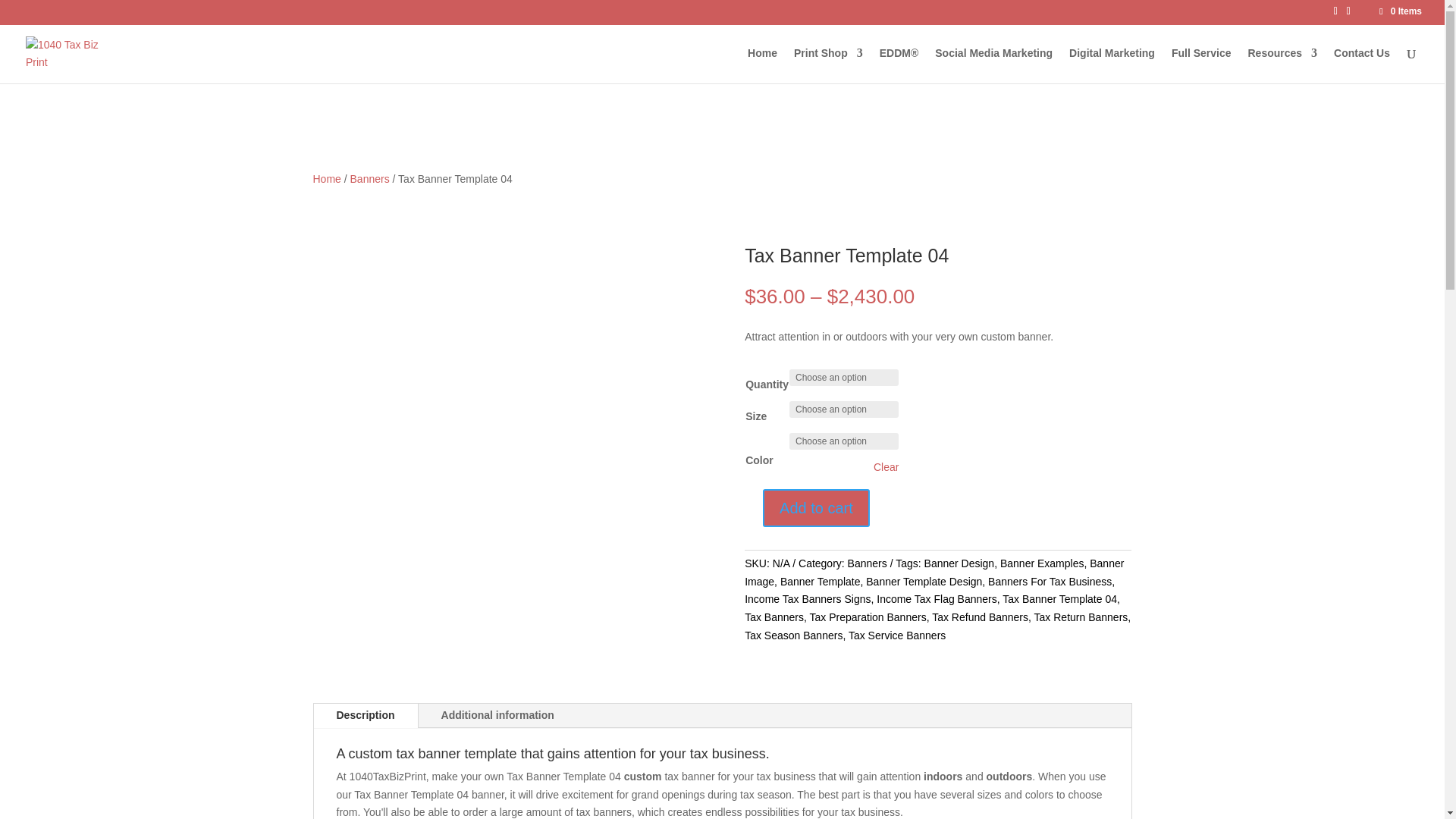 The width and height of the screenshot is (1456, 819). What do you see at coordinates (762, 64) in the screenshot?
I see `'Home'` at bounding box center [762, 64].